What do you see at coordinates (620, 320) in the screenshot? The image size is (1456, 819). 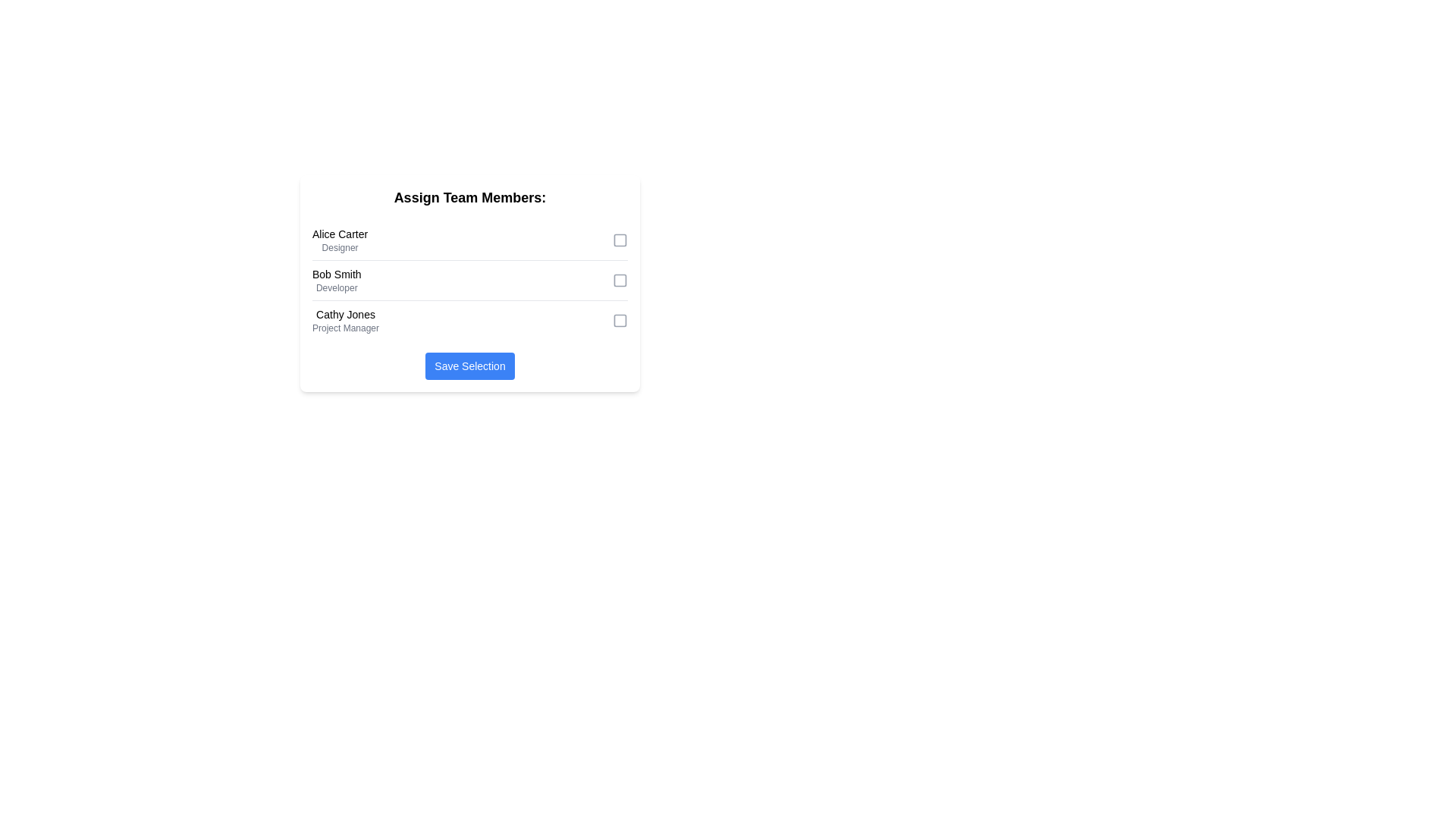 I see `the checkbox next to 'Cathy Jones'` at bounding box center [620, 320].